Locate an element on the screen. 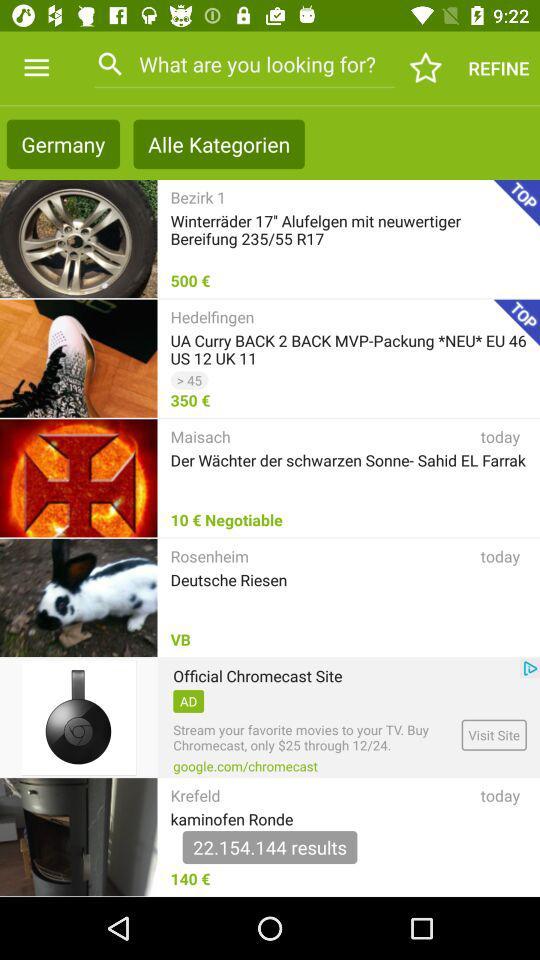  item next to stream your favorite icon is located at coordinates (493, 734).